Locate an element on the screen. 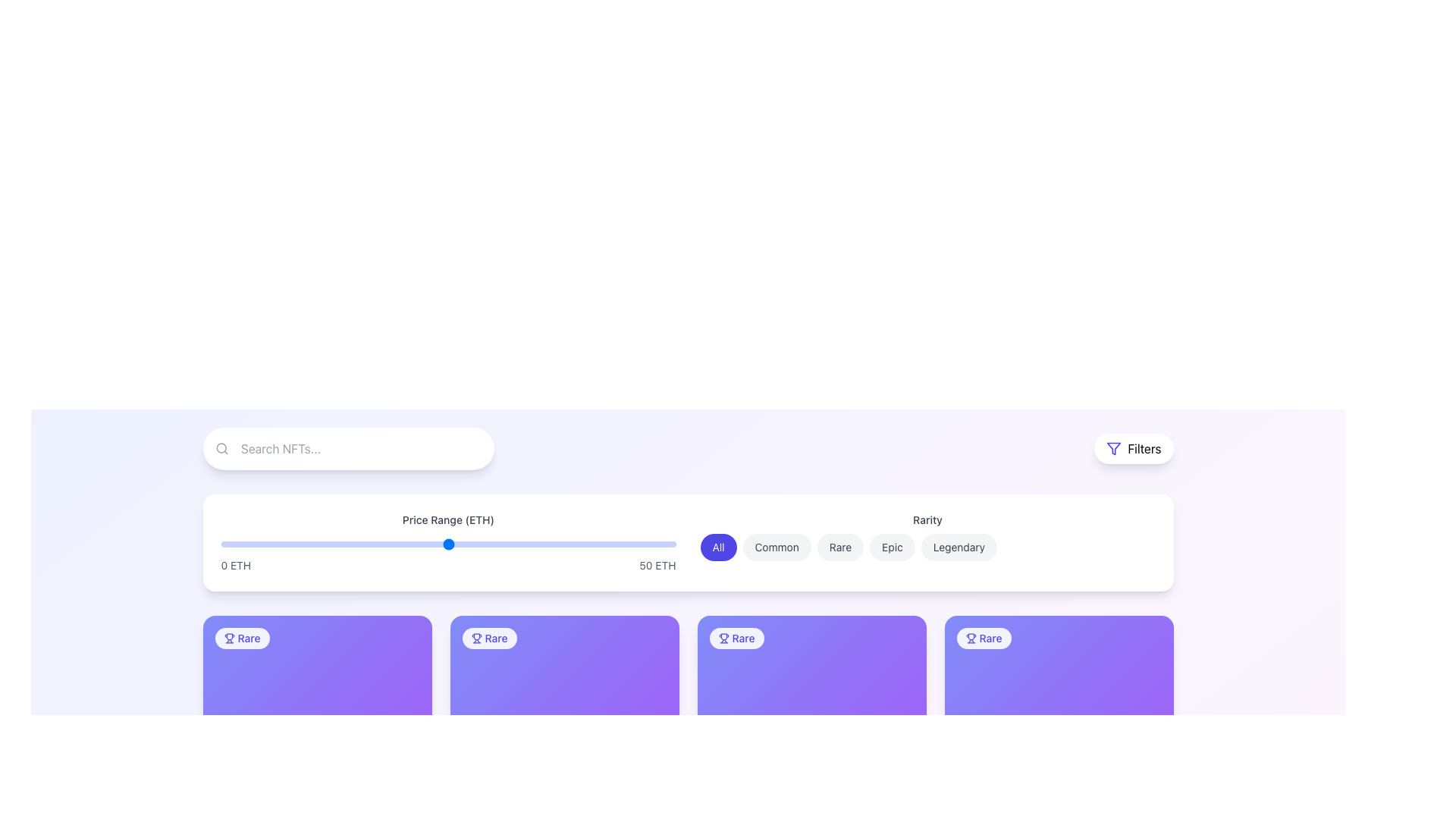 Image resolution: width=1456 pixels, height=819 pixels. the price range slider is located at coordinates (535, 543).